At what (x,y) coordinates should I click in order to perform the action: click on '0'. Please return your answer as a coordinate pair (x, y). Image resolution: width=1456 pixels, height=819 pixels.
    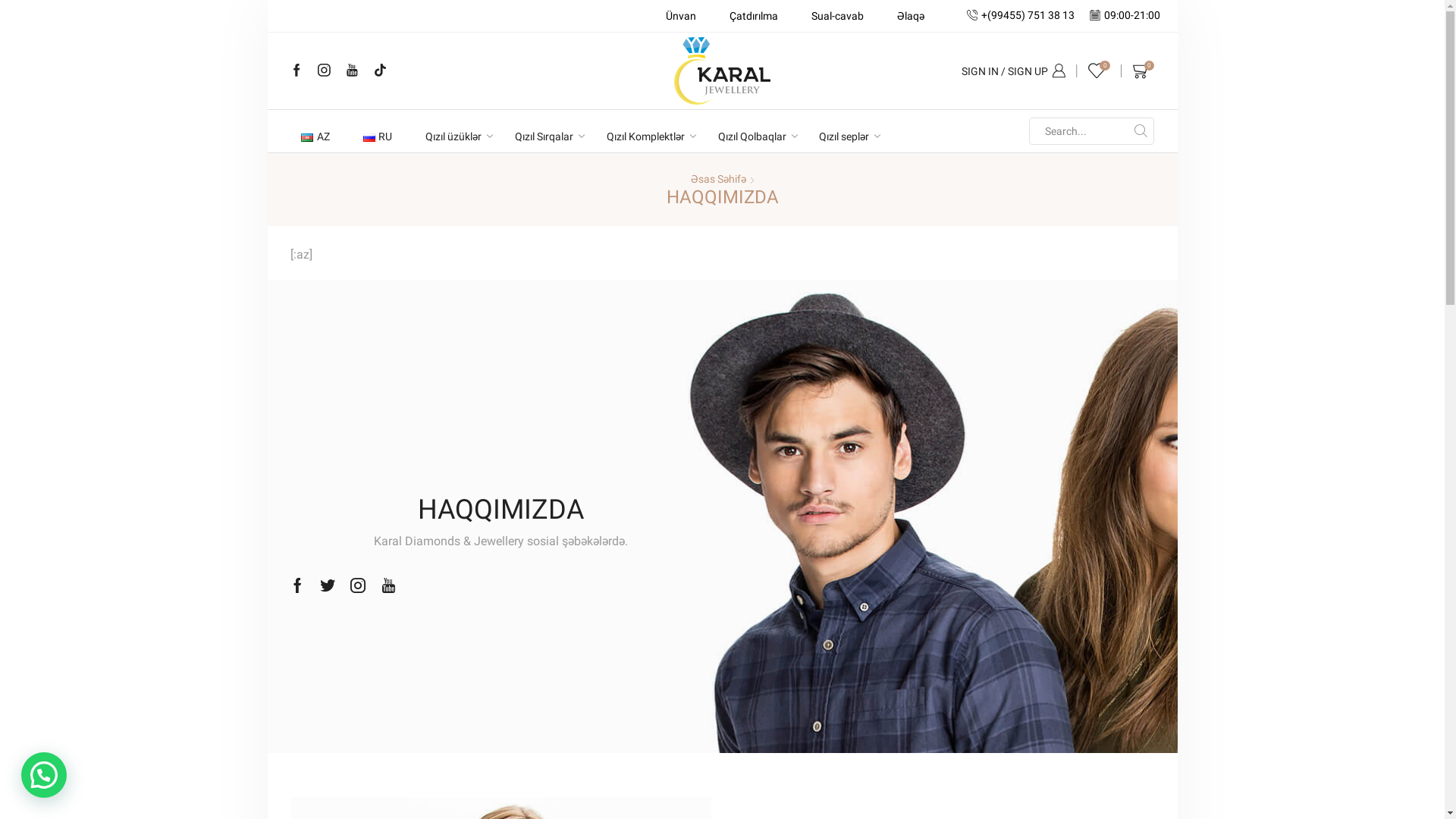
    Looking at the image, I should click on (1099, 70).